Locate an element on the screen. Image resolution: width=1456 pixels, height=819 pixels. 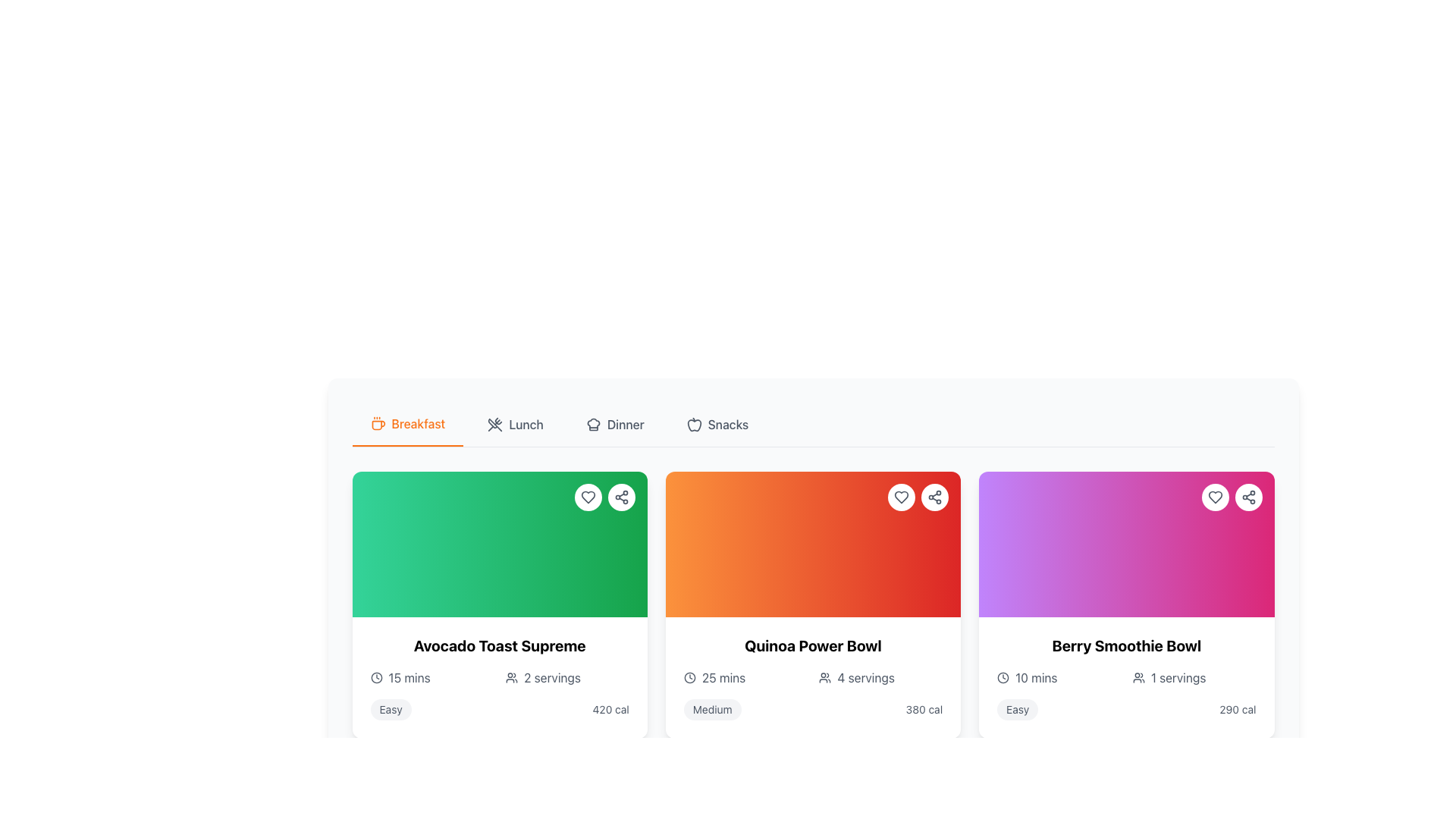
the favorite action icon located in the top-right corner of the 'Berry Smoothie Bowl' card, adjacent to the share icon is located at coordinates (1215, 497).